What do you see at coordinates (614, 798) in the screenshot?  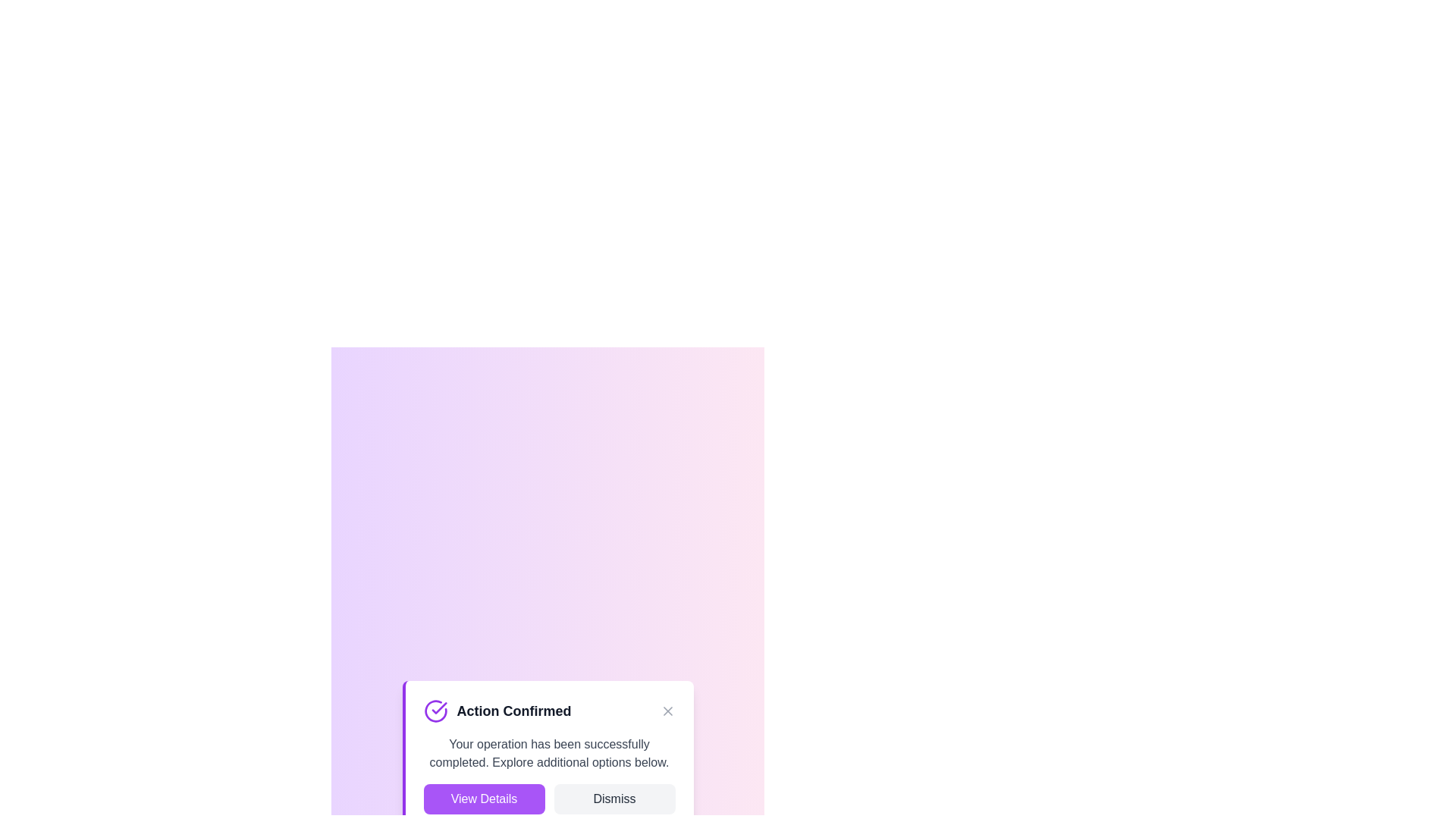 I see `'Dismiss' button to hide the alert` at bounding box center [614, 798].